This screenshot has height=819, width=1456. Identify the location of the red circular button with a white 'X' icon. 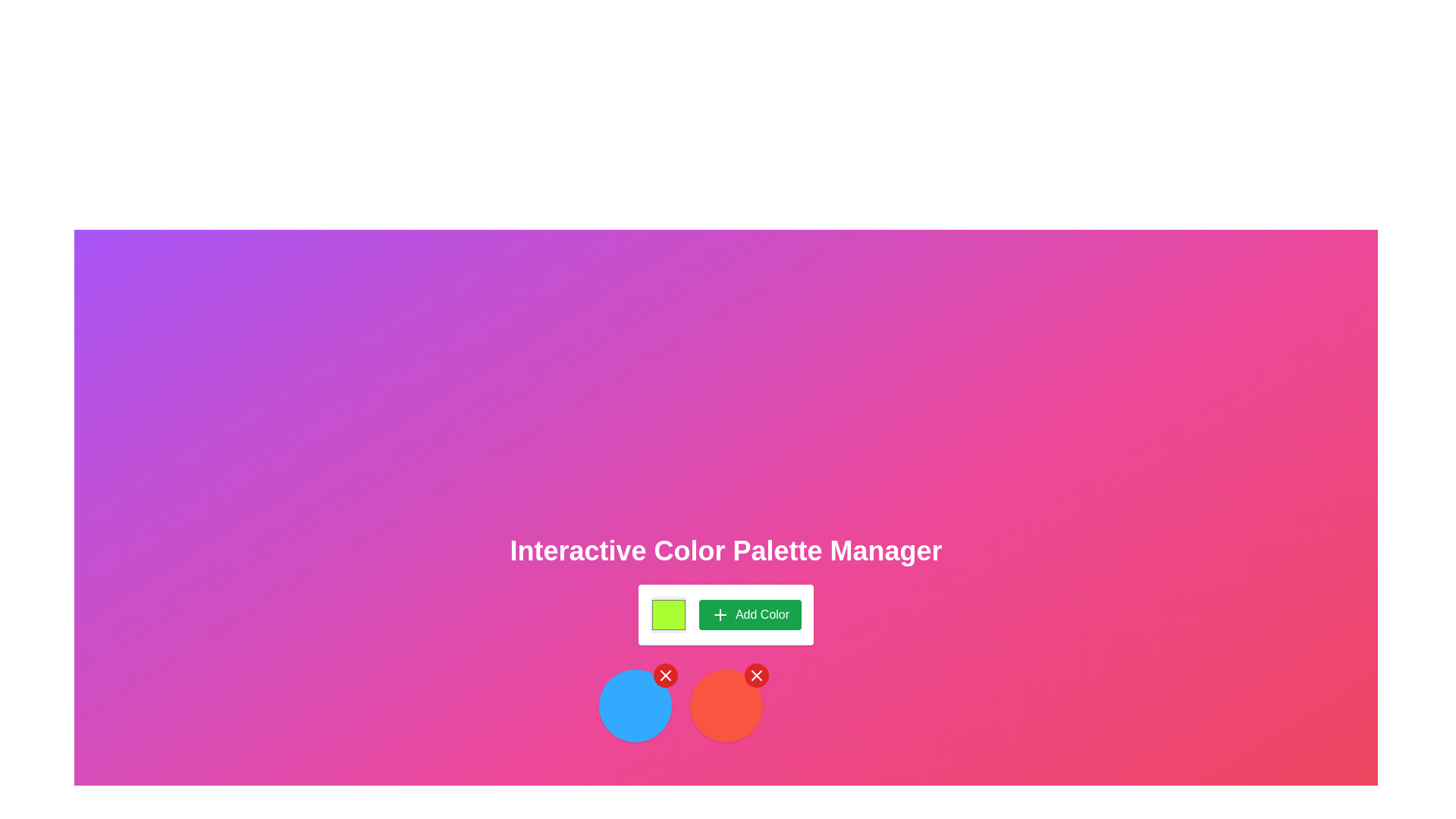
(665, 675).